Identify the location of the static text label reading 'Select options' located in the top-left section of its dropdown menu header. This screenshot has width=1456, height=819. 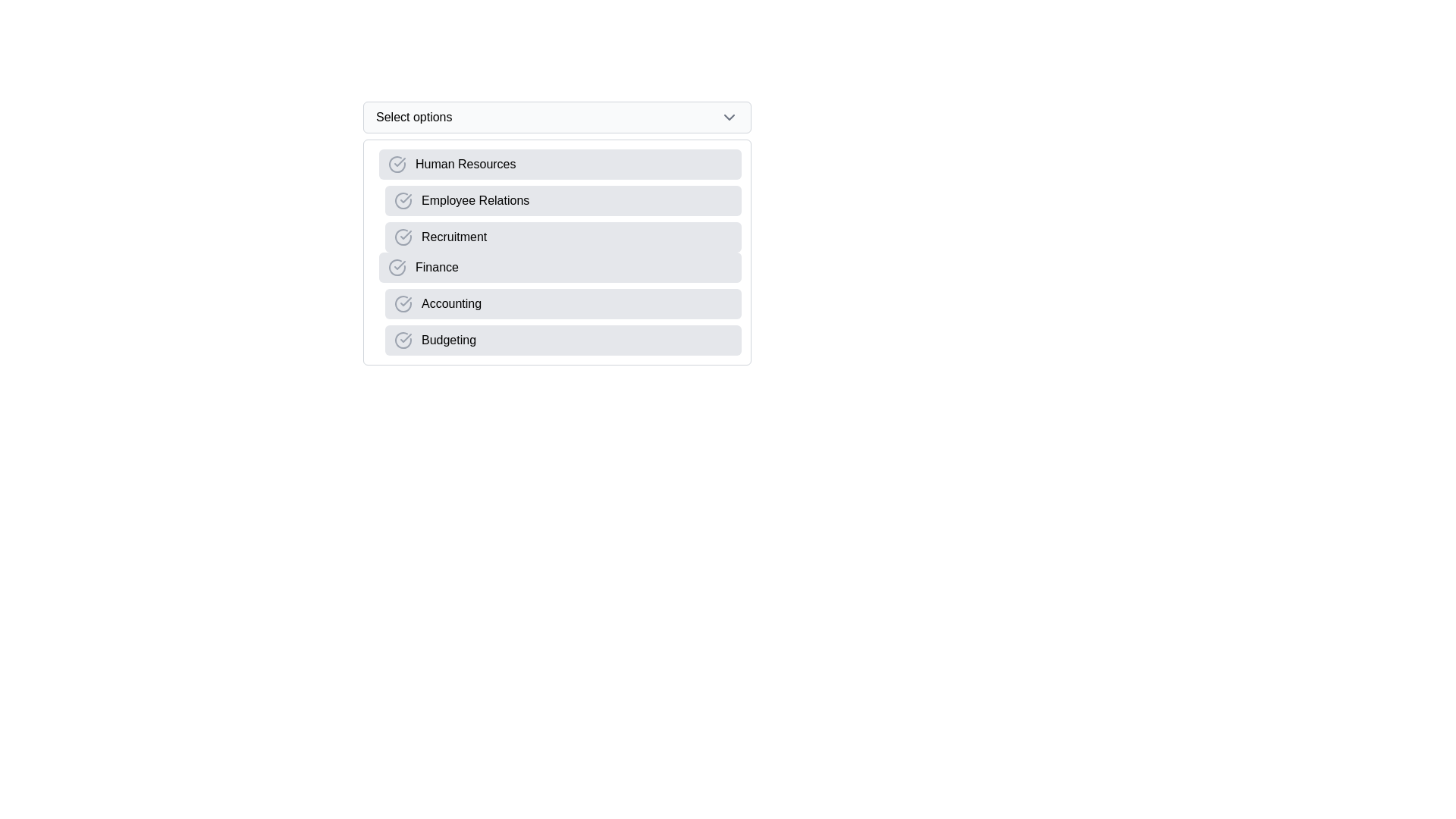
(414, 116).